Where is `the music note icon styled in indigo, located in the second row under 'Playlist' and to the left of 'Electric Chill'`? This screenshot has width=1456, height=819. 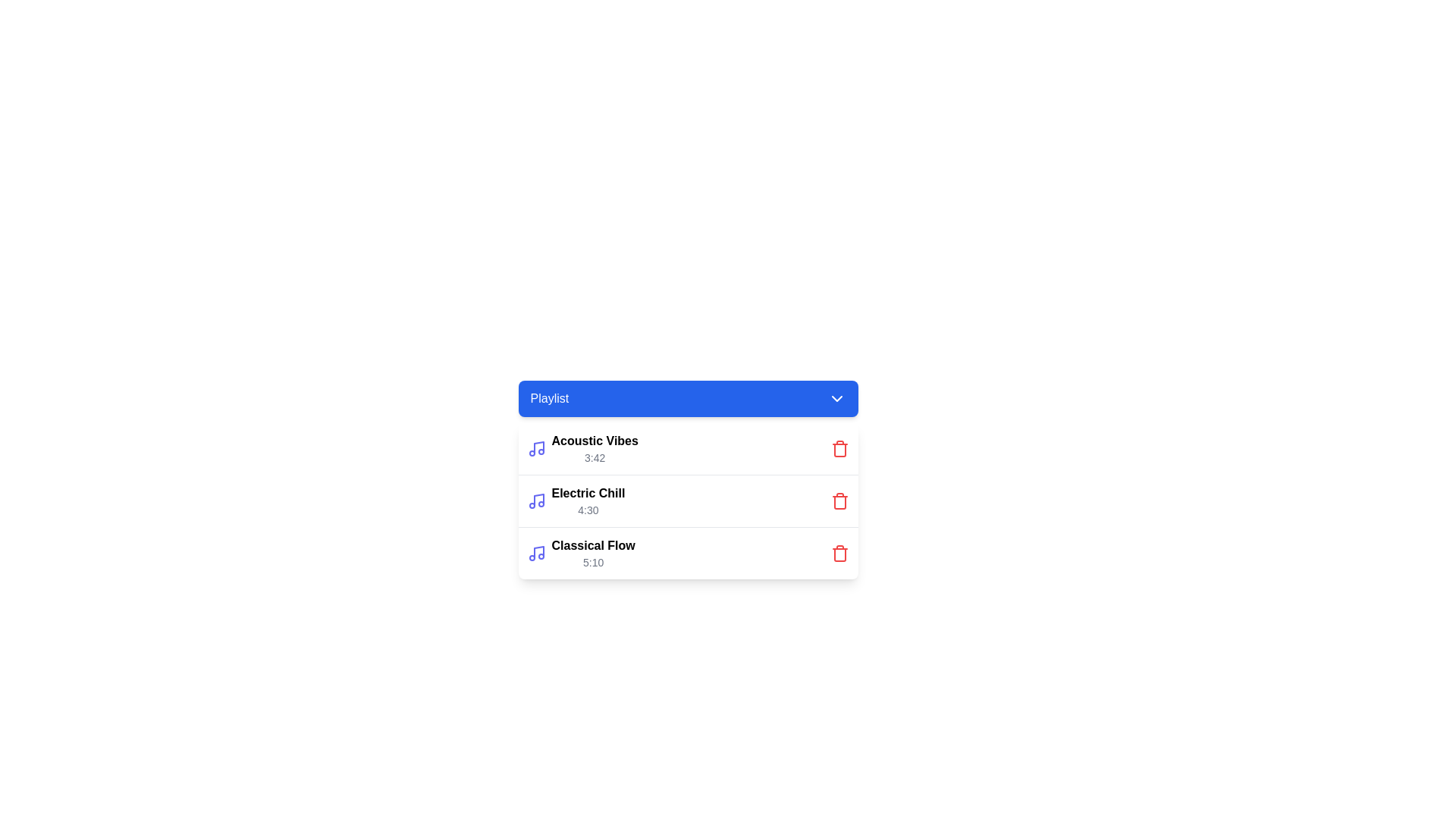
the music note icon styled in indigo, located in the second row under 'Playlist' and to the left of 'Electric Chill' is located at coordinates (536, 500).